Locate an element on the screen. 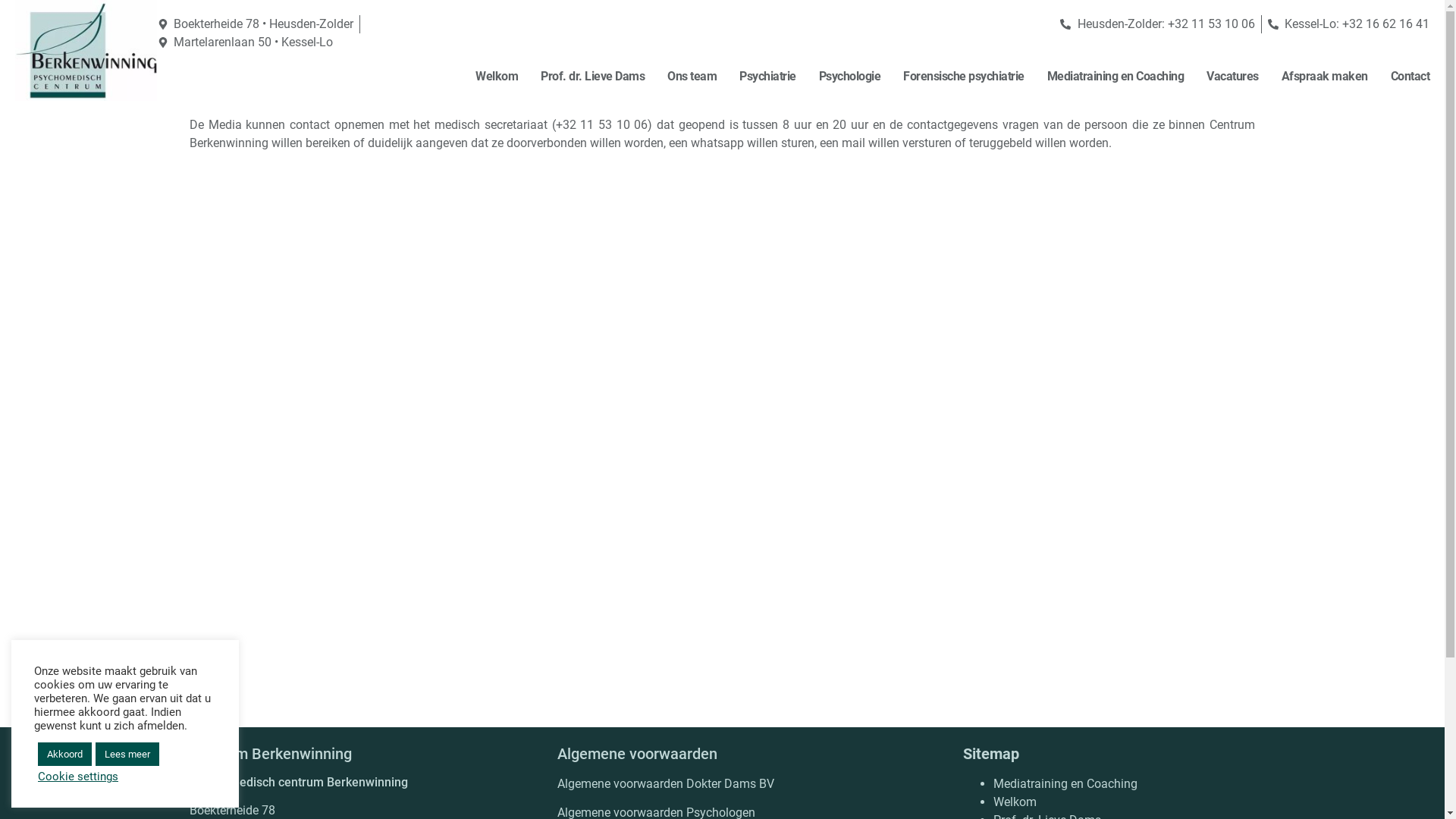 The width and height of the screenshot is (1456, 819). 'Welkom' is located at coordinates (496, 76).